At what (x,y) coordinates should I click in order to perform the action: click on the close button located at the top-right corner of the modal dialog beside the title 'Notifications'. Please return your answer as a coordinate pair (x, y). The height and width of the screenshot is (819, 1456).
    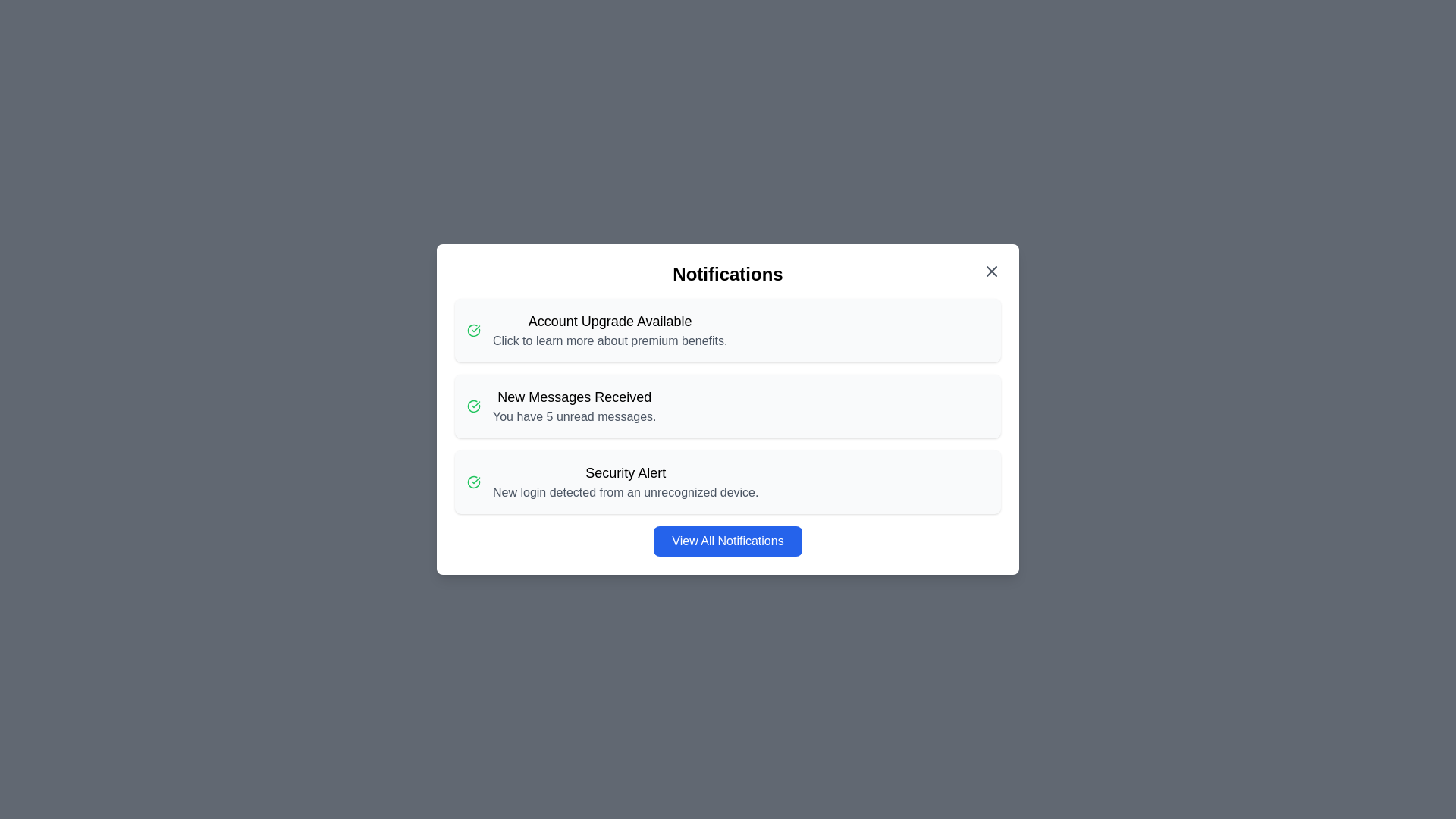
    Looking at the image, I should click on (992, 271).